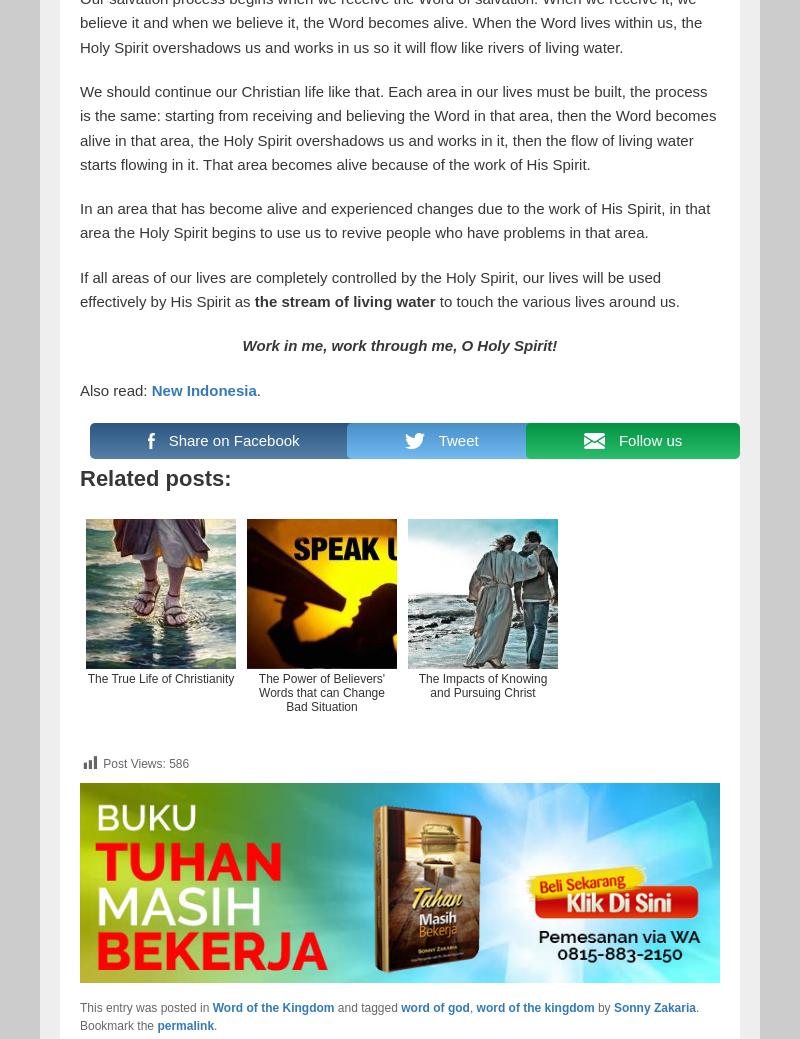  What do you see at coordinates (653, 1006) in the screenshot?
I see `'Sonny Zakaria'` at bounding box center [653, 1006].